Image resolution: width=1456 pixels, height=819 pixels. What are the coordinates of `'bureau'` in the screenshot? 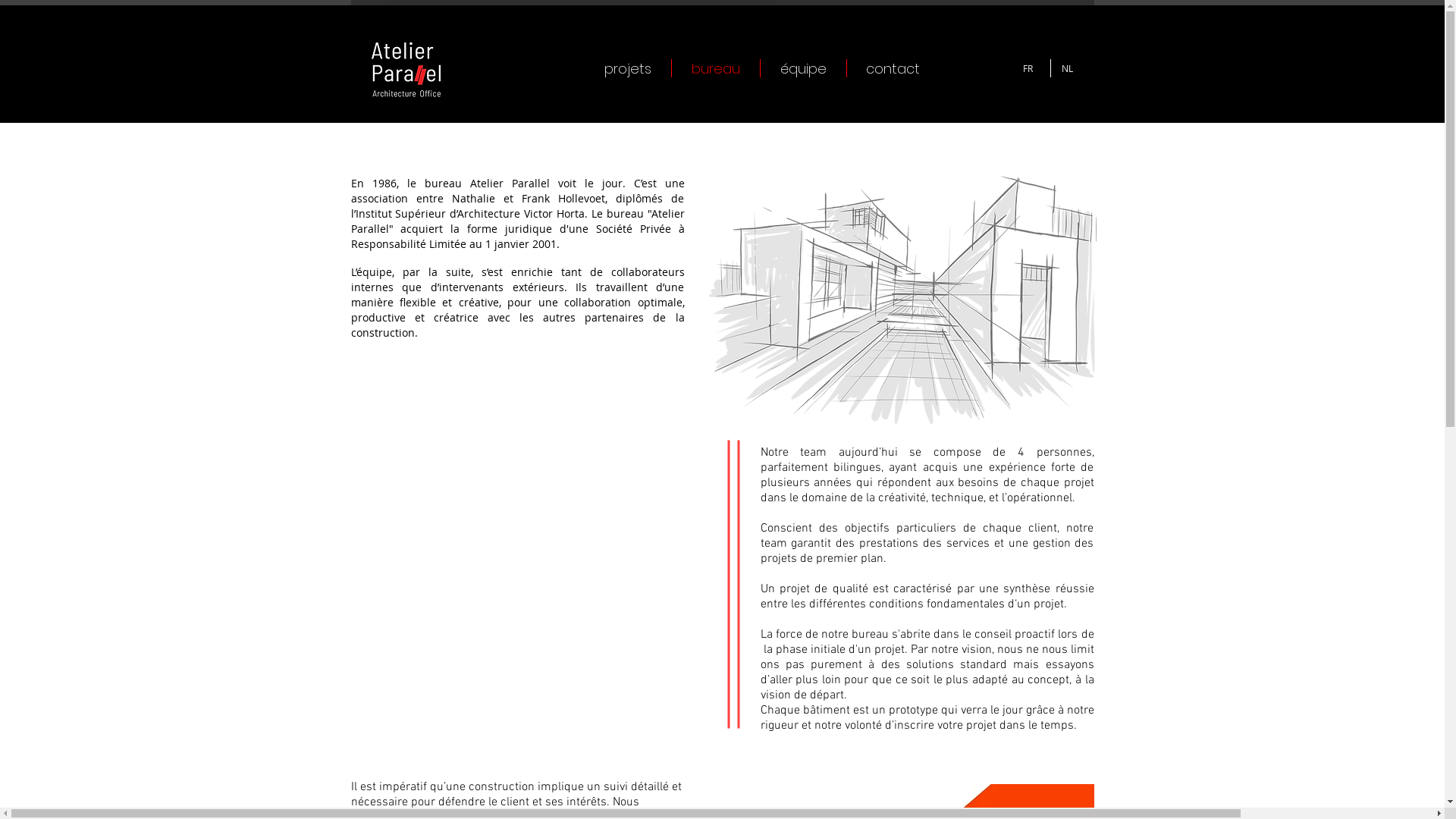 It's located at (715, 67).